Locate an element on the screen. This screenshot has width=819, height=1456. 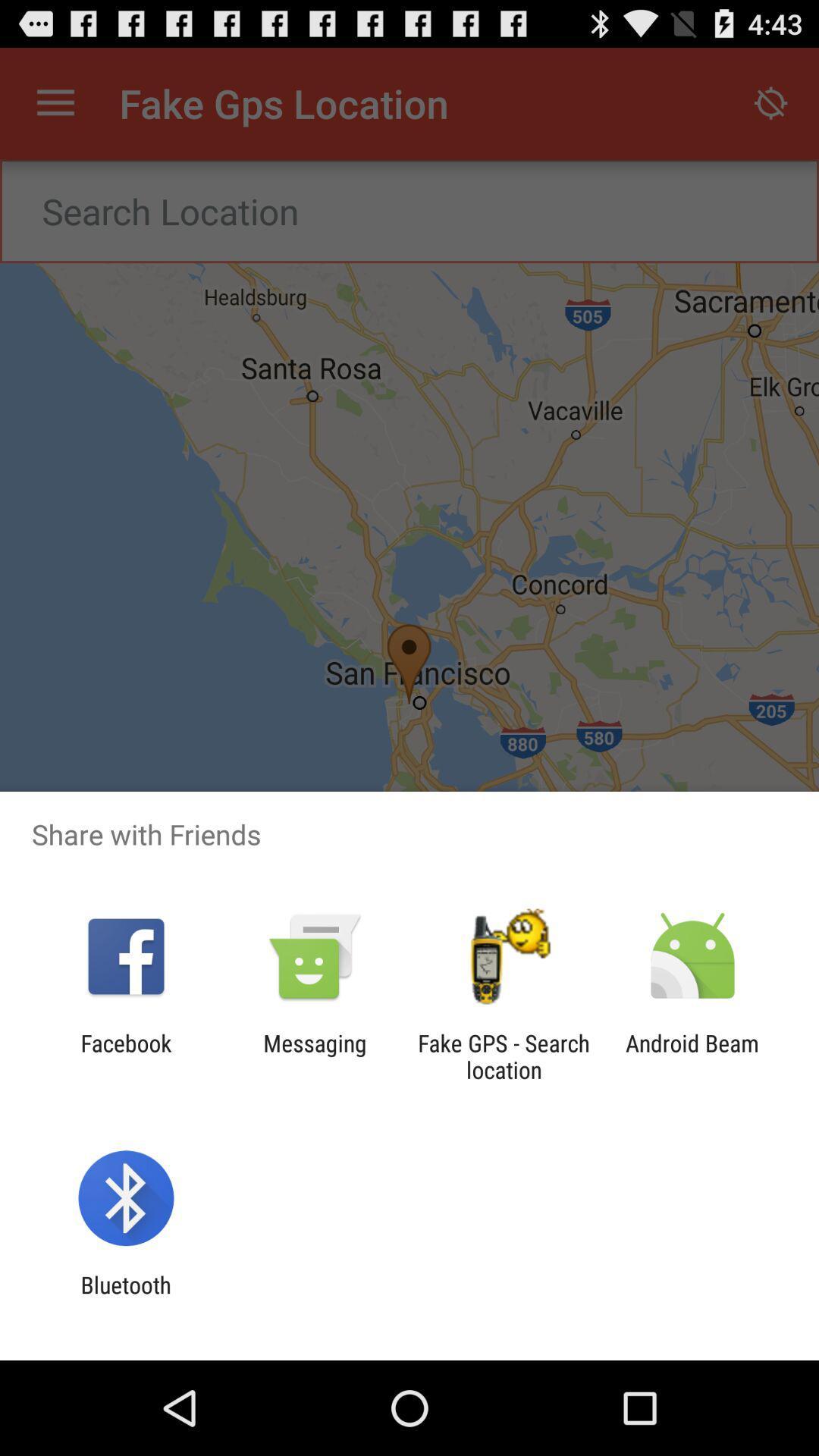
app to the left of the messaging item is located at coordinates (125, 1056).